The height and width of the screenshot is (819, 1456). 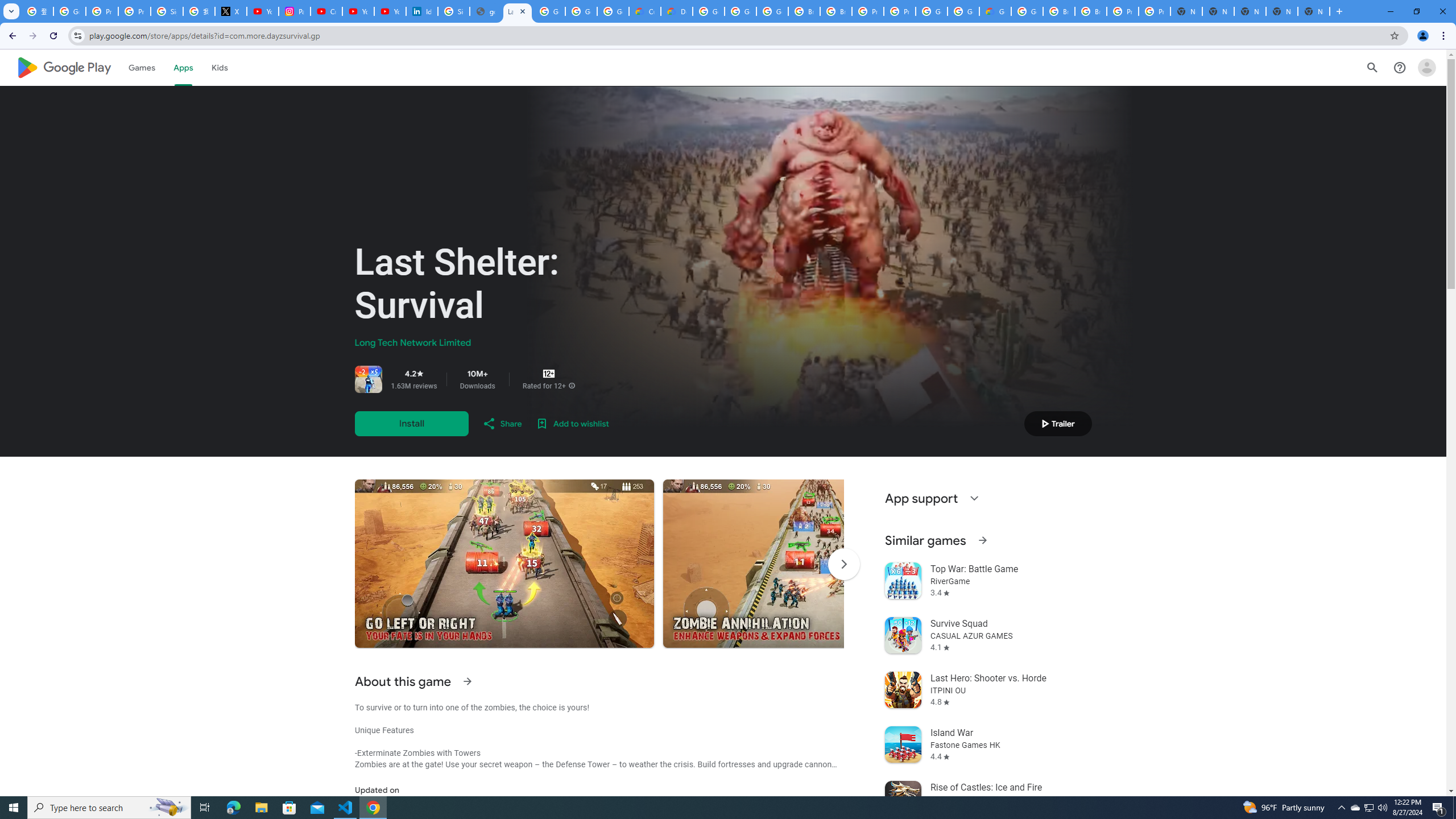 I want to click on 'Google Workspace - Specific Terms', so click(x=581, y=11).